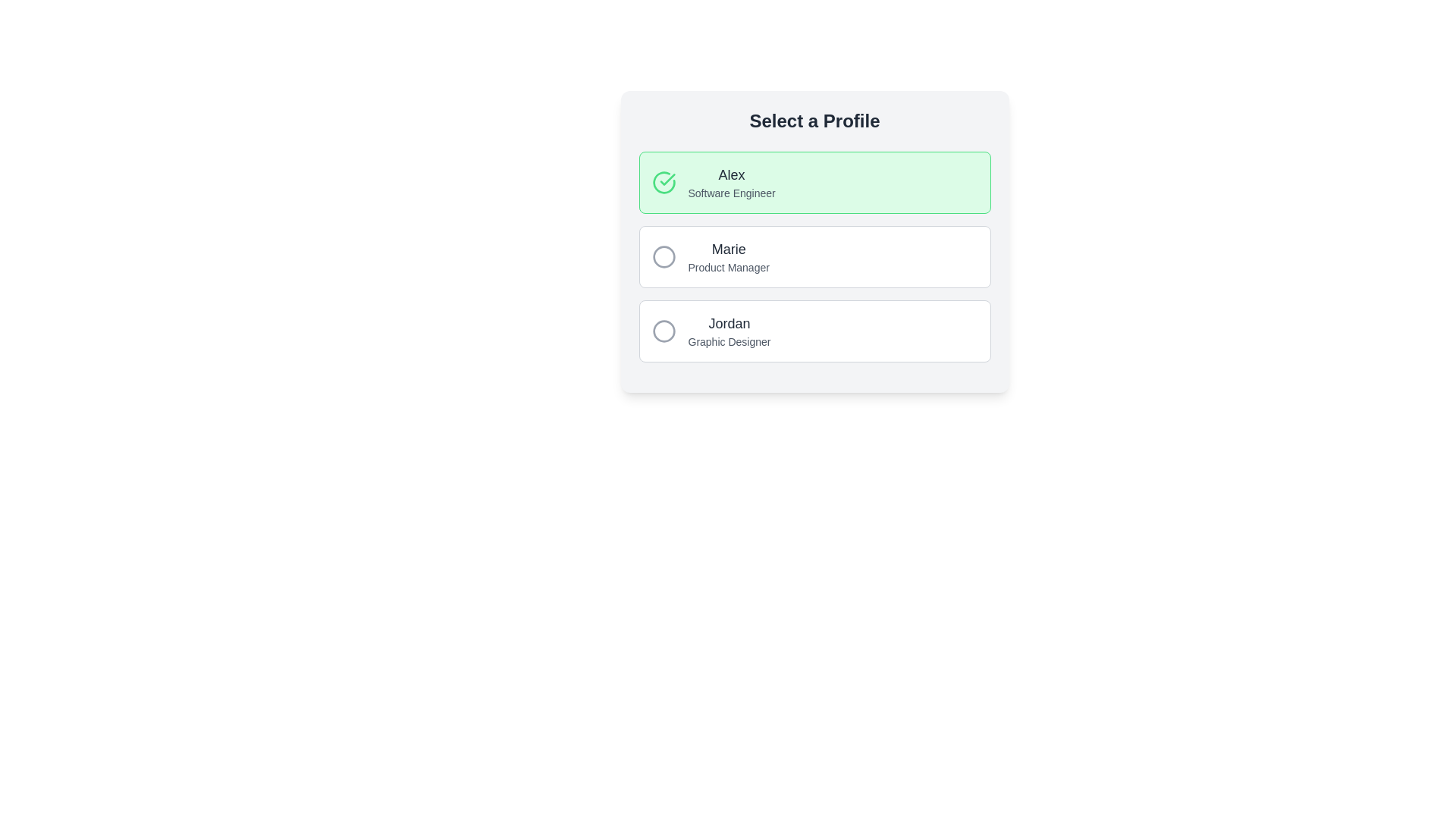 This screenshot has width=1456, height=819. Describe the element at coordinates (814, 256) in the screenshot. I see `the selectable profile option 'Marie - Product Manager'` at that location.